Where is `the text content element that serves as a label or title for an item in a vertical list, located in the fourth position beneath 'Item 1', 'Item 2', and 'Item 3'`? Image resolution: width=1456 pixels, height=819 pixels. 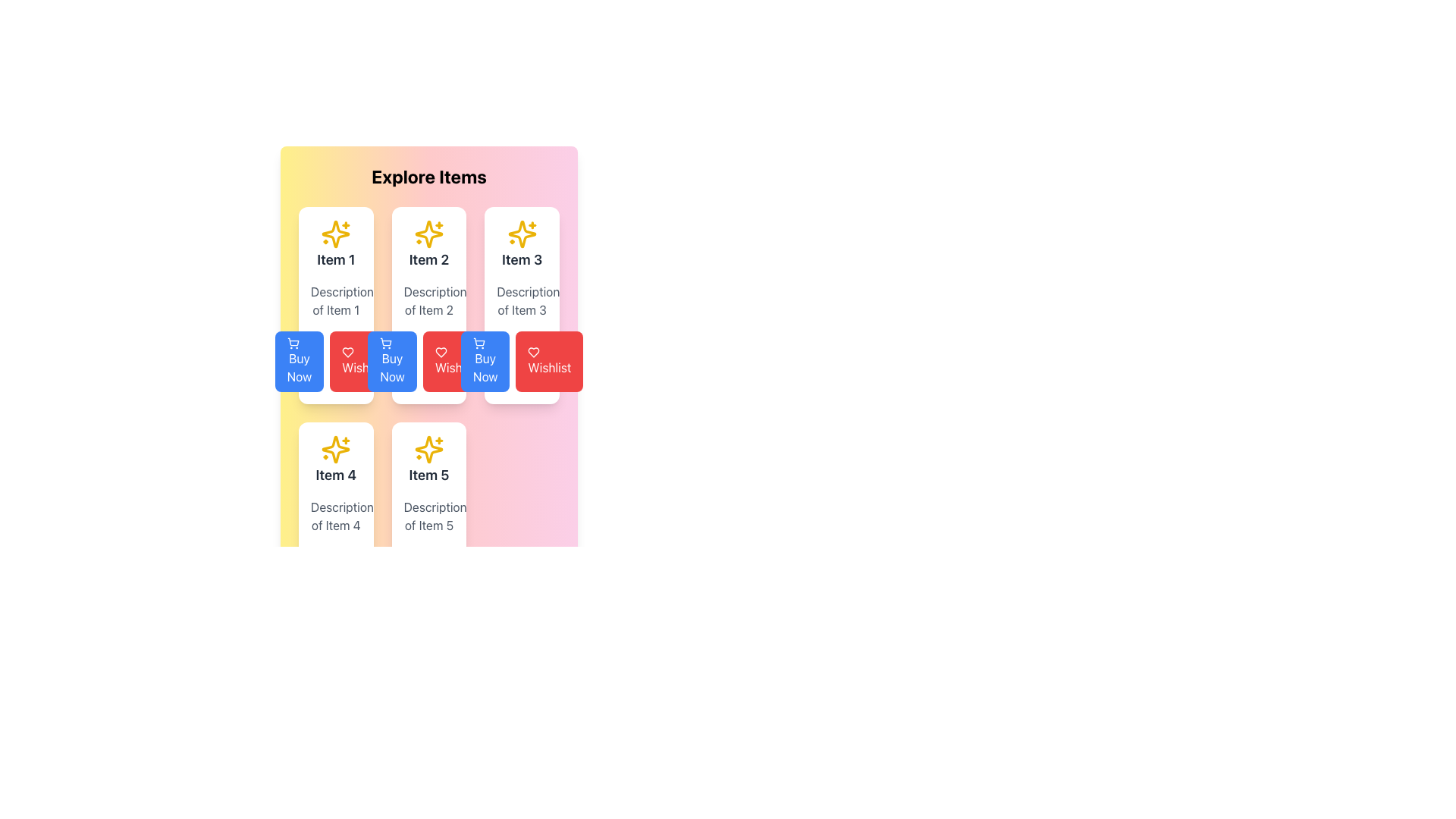
the text content element that serves as a label or title for an item in a vertical list, located in the fourth position beneath 'Item 1', 'Item 2', and 'Item 3' is located at coordinates (335, 475).